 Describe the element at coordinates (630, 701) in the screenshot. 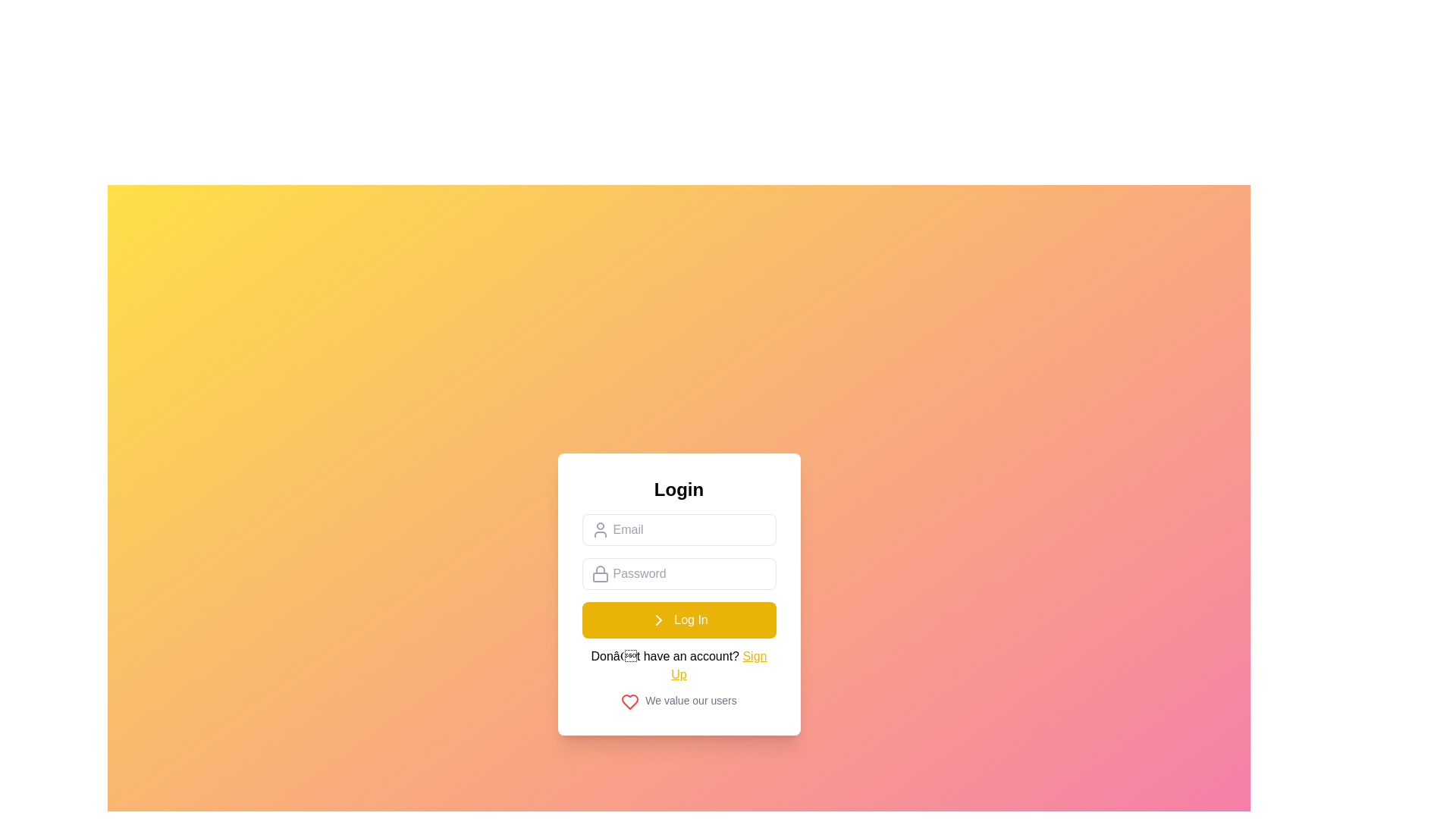

I see `the heart icon, which is positioned to the left in a row of three elements, adjacent to the text 'We value our users'` at that location.